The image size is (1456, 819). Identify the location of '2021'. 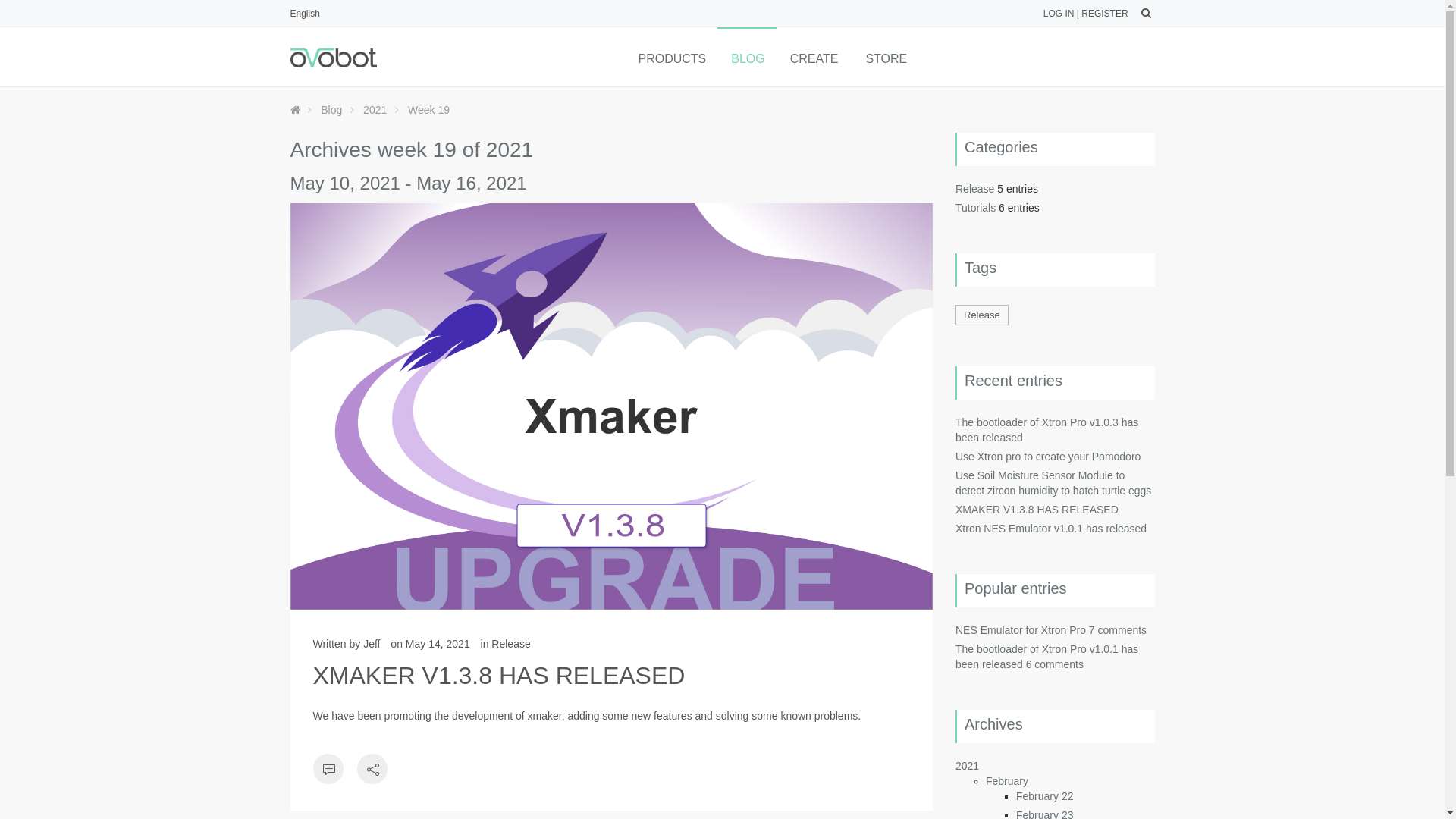
(375, 109).